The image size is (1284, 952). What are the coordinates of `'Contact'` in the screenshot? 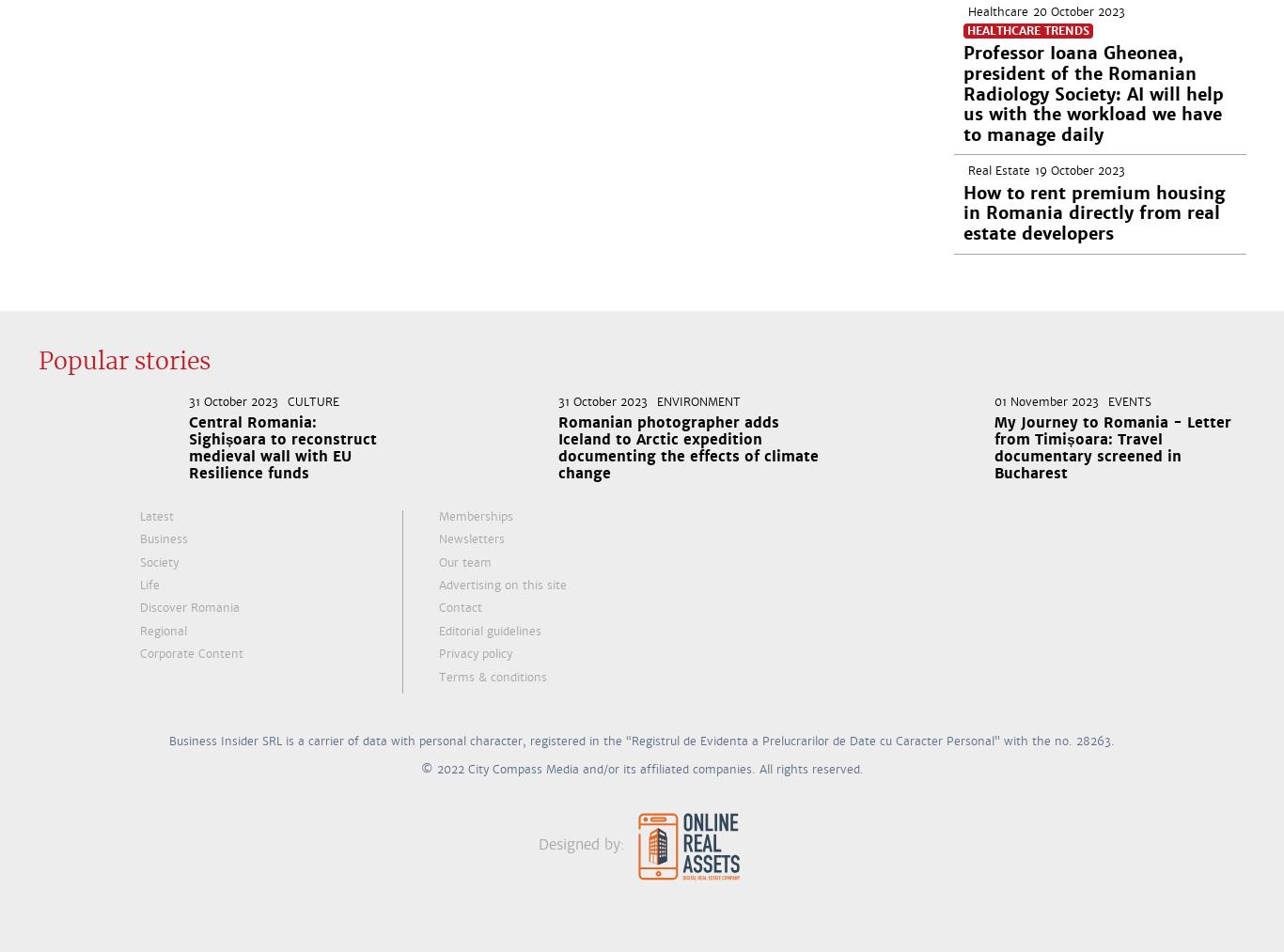 It's located at (460, 607).